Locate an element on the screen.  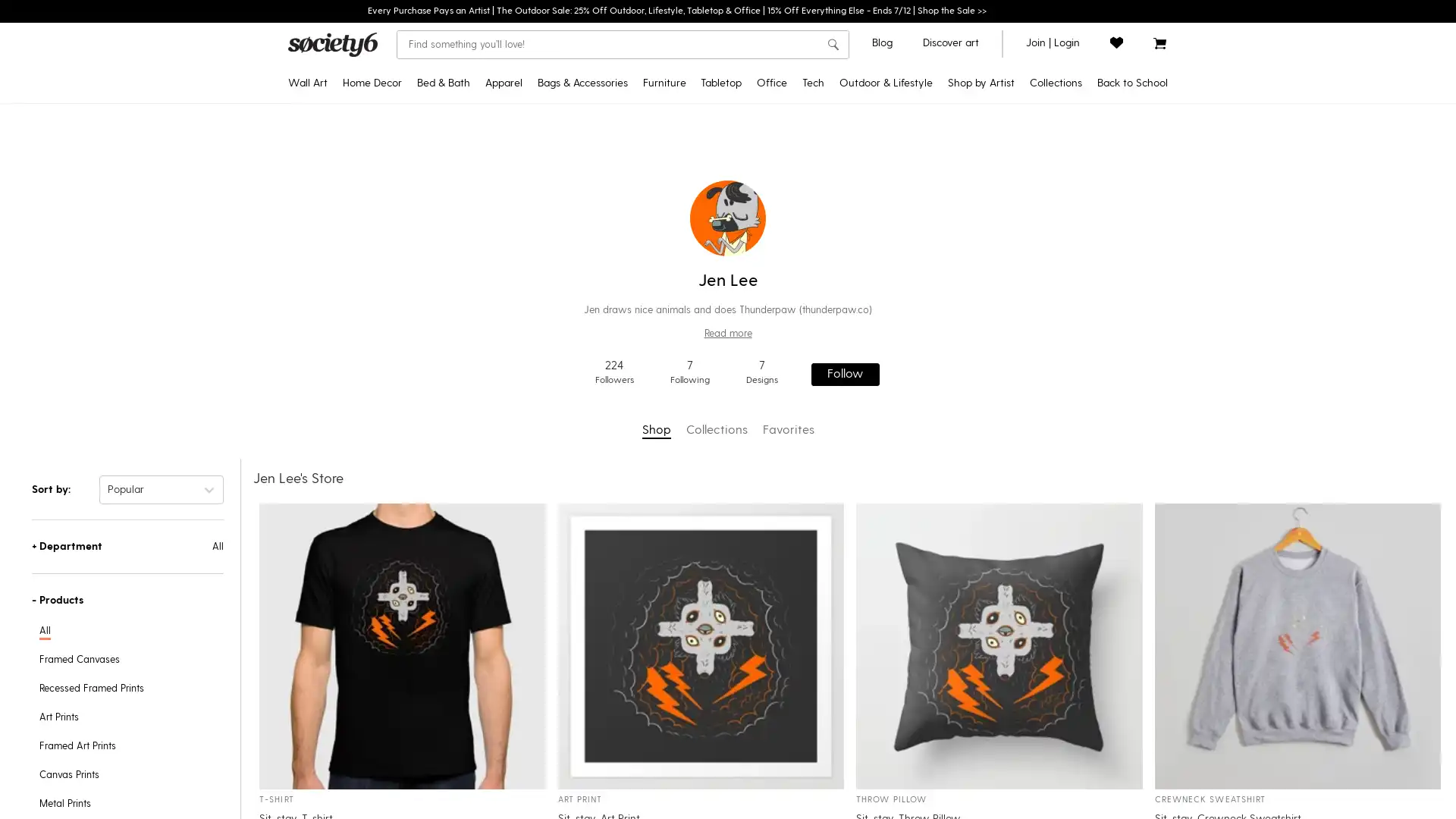
Tech is located at coordinates (812, 83).